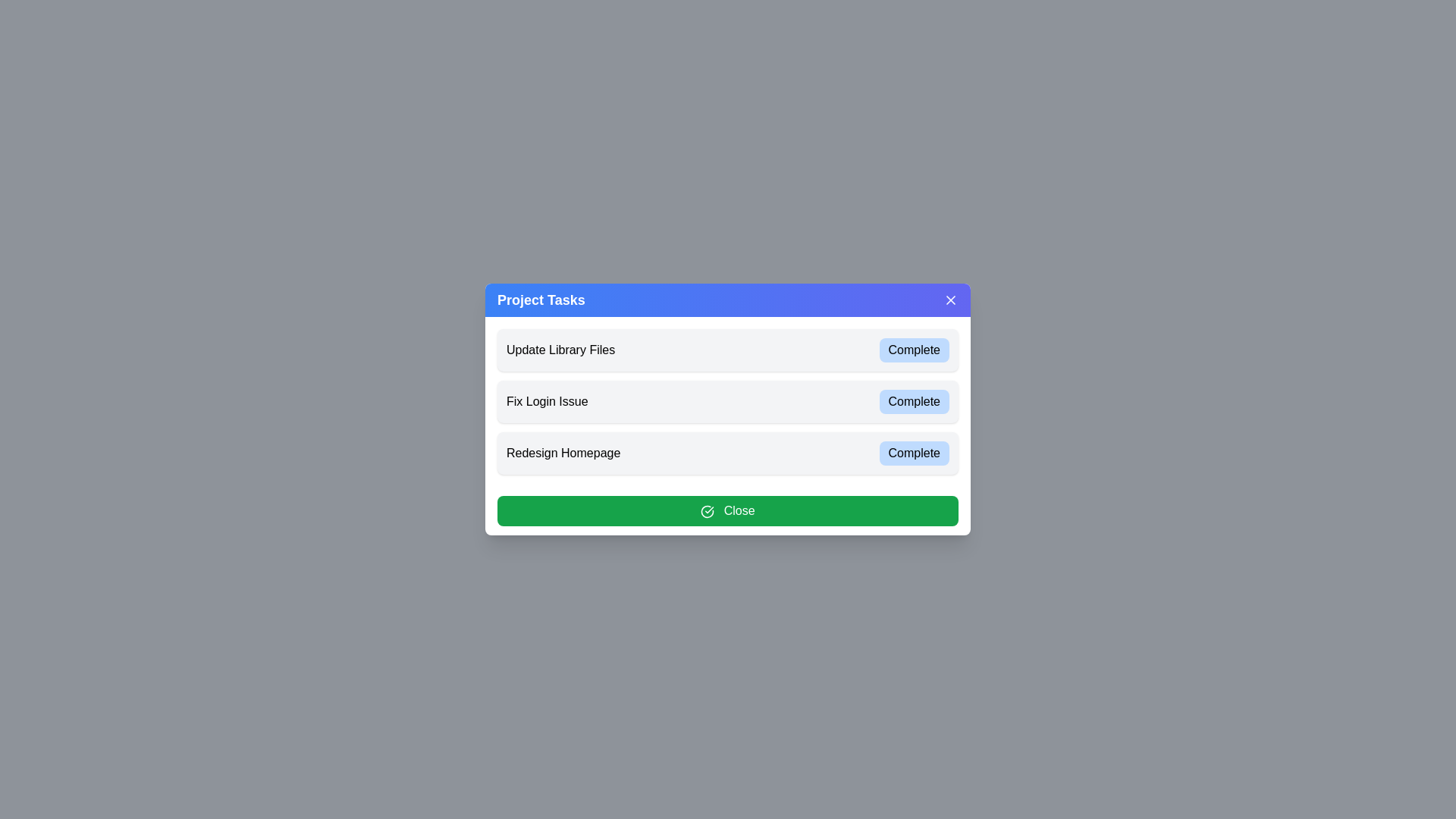 This screenshot has width=1456, height=819. What do you see at coordinates (728, 511) in the screenshot?
I see `the prominent green 'Close' button located at the bottom of the modal window` at bounding box center [728, 511].